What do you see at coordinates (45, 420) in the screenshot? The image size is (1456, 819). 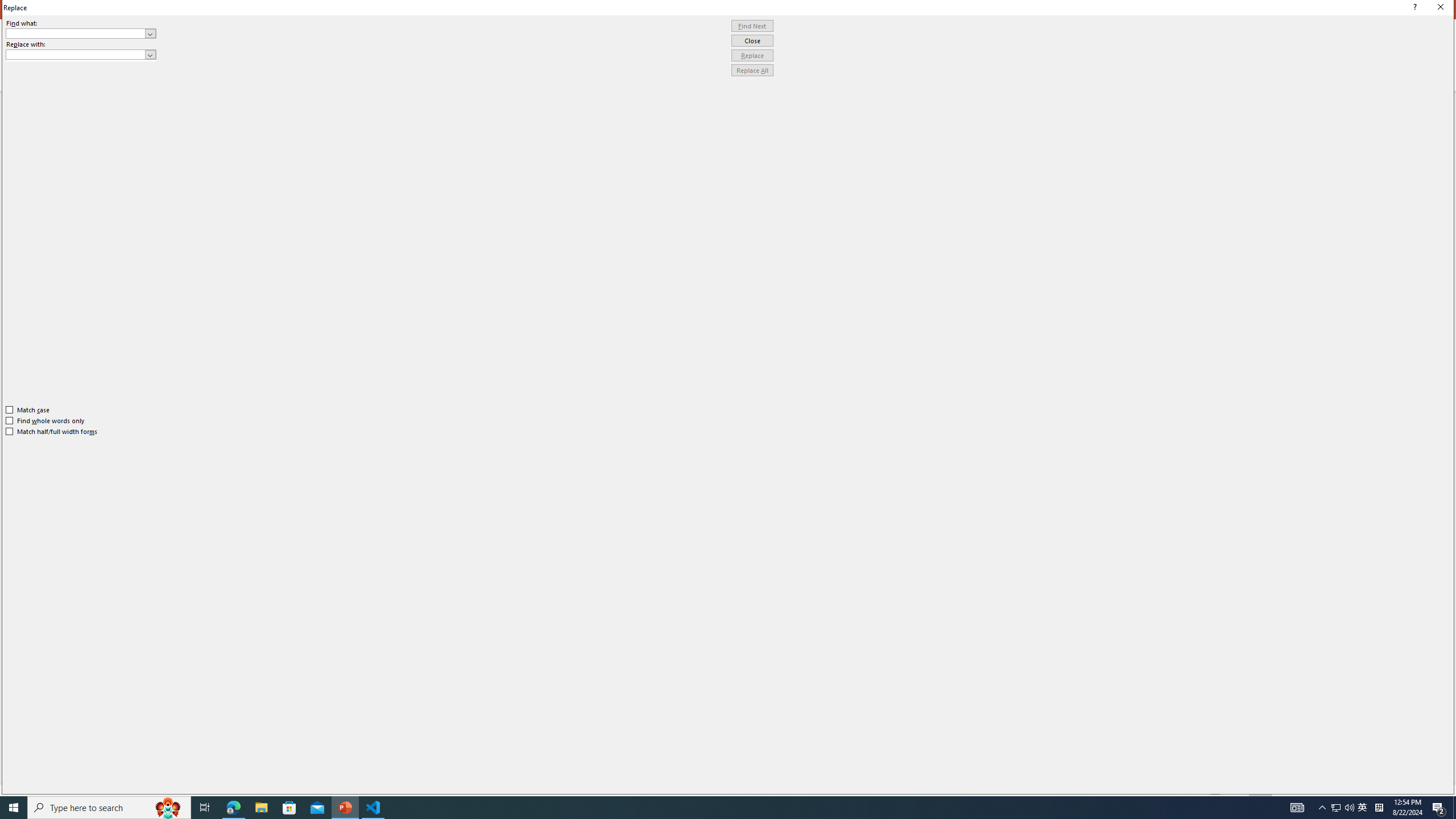 I see `'Find whole words only'` at bounding box center [45, 420].